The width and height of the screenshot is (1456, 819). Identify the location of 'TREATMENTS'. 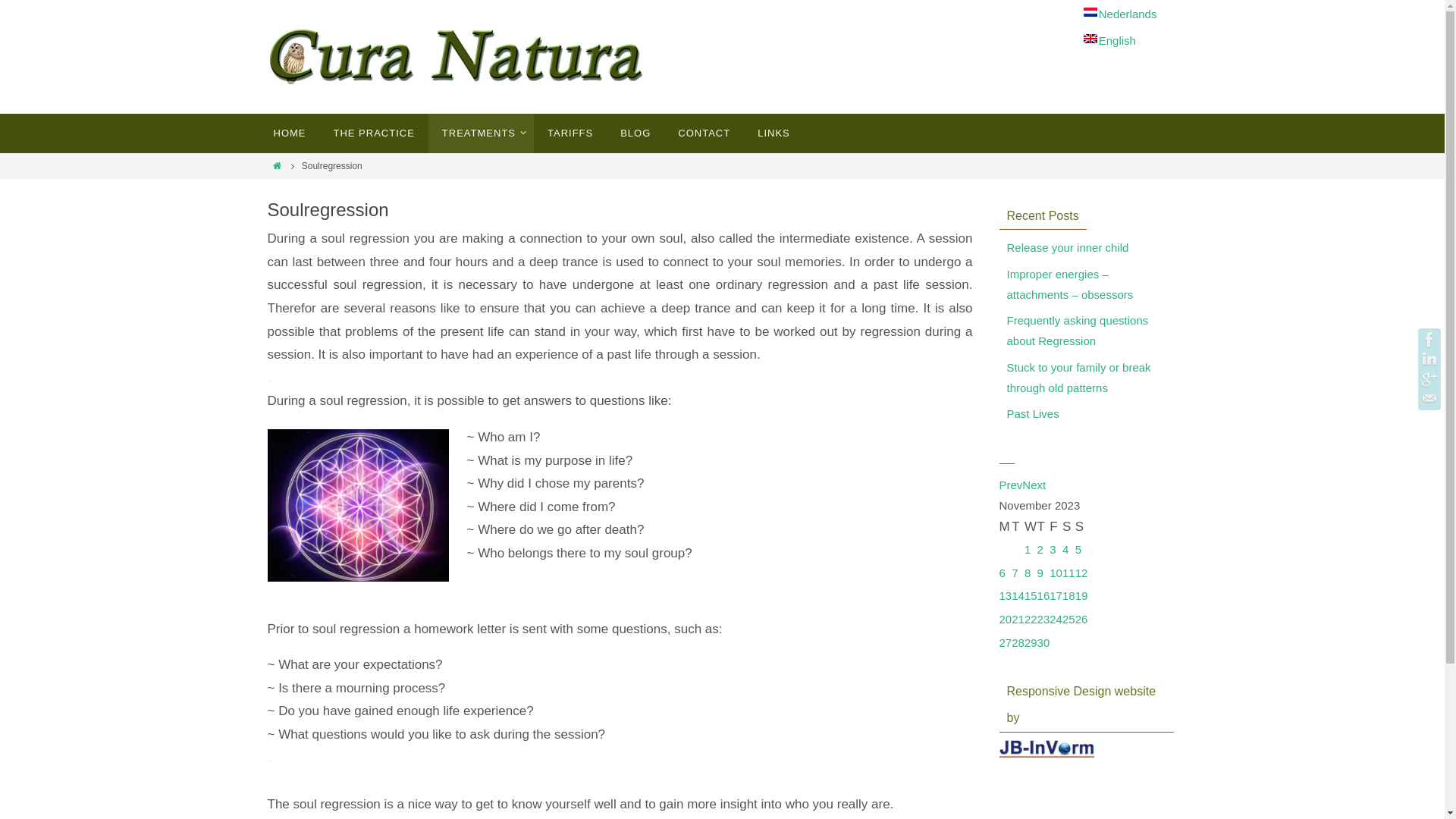
(480, 133).